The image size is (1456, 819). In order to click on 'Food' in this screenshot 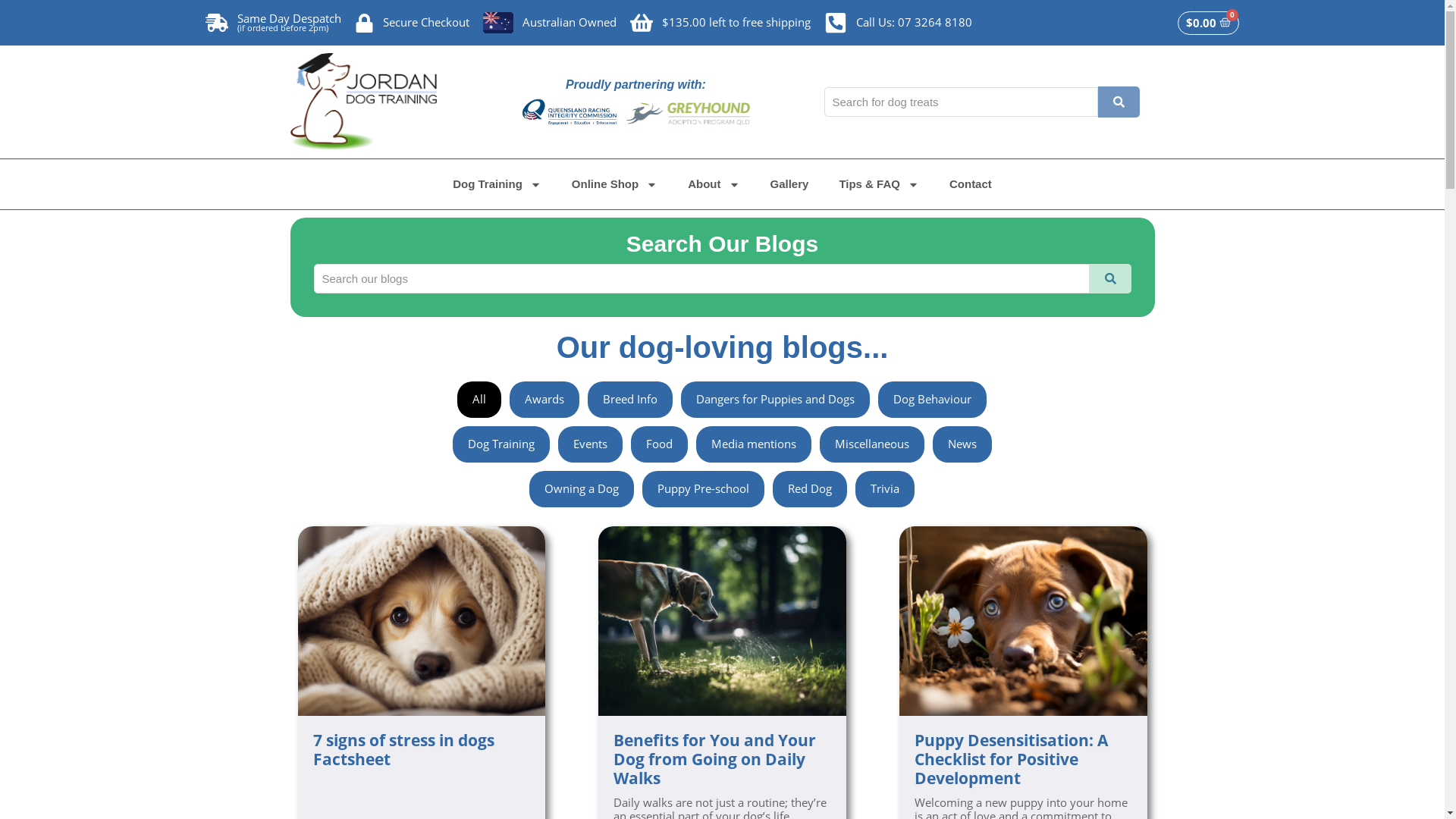, I will do `click(659, 444)`.